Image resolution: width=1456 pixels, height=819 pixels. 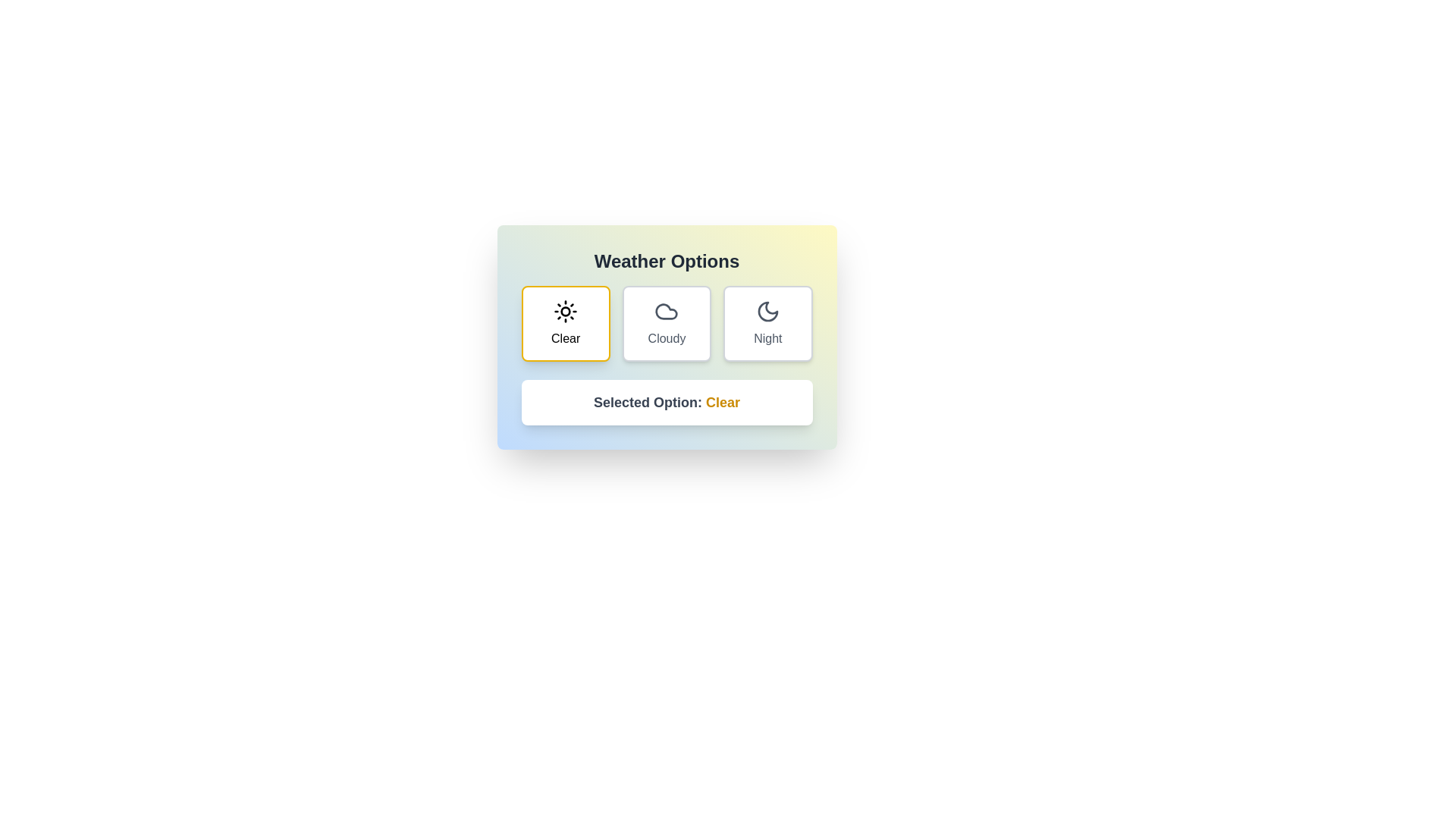 What do you see at coordinates (767, 311) in the screenshot?
I see `the Decorative Icon representing the 'Night' option in the weather selection interface, located within a rounded rectangular button labeled 'Night'` at bounding box center [767, 311].